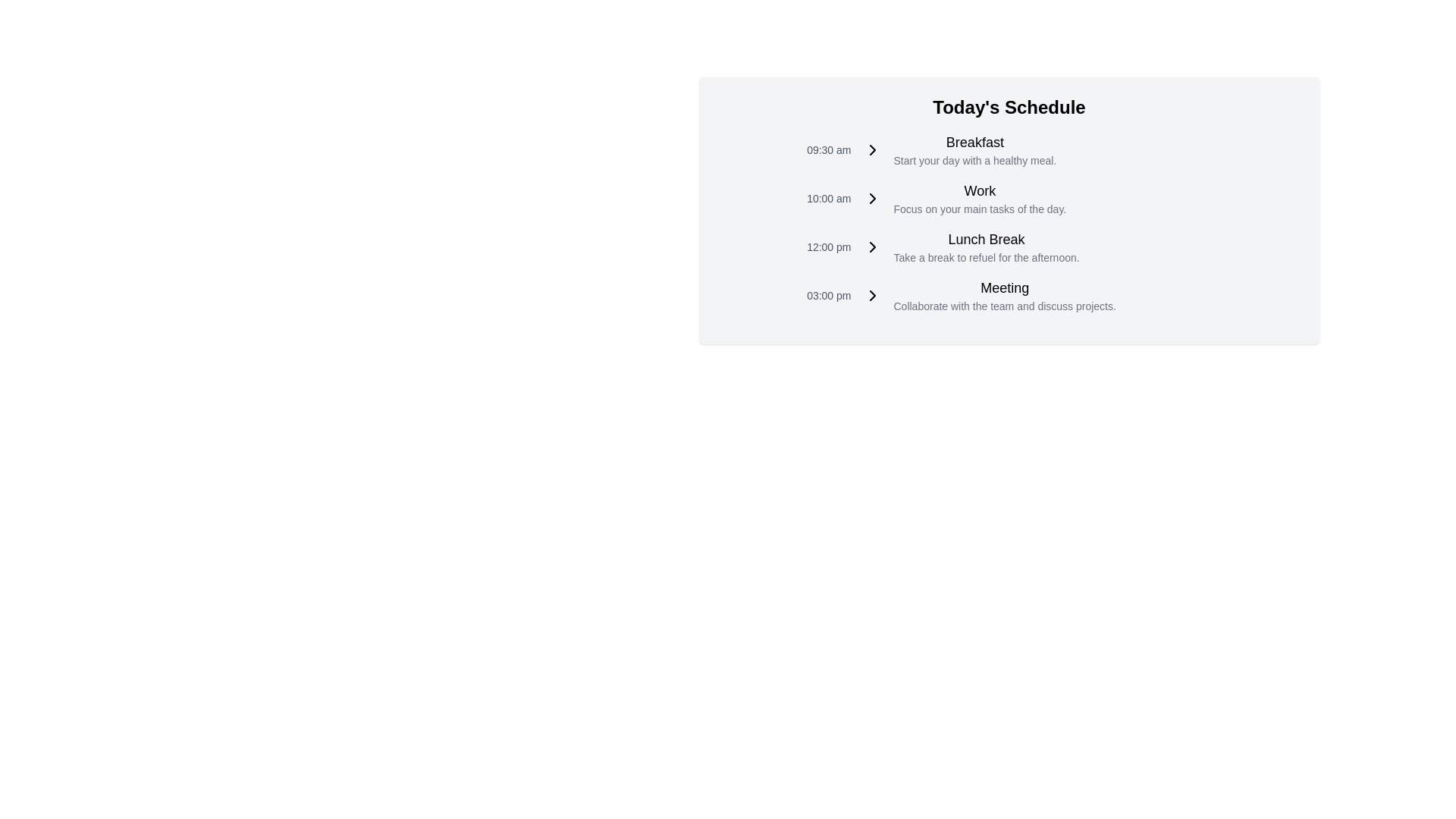 This screenshot has height=819, width=1456. I want to click on the 'Lunch Break' text heading, which is styled in bold and larger font size, located under the '12:00 pm' time slot in the schedule layout, so click(986, 239).